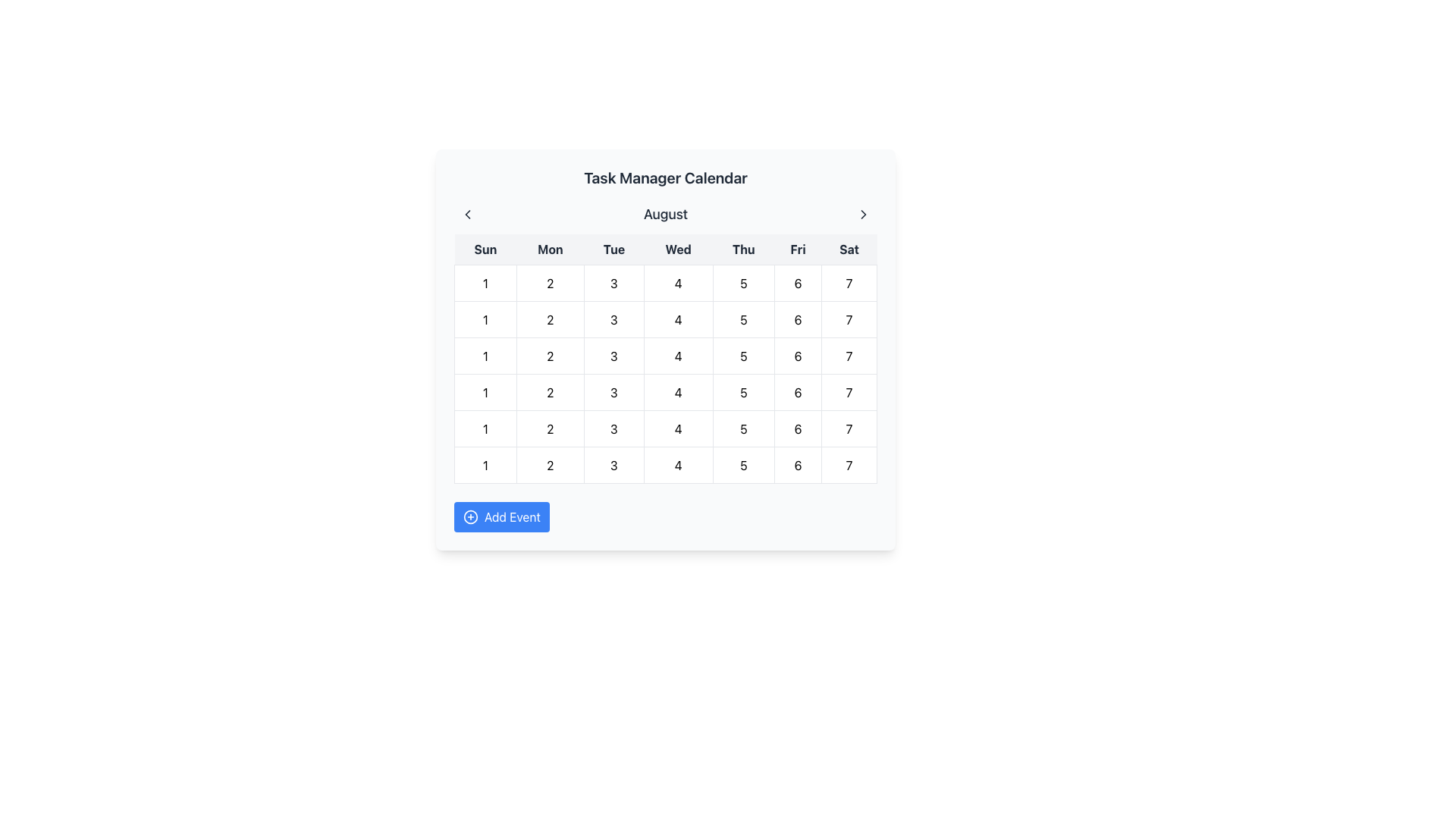  Describe the element at coordinates (485, 249) in the screenshot. I see `the static text element that labels the first day of the week in the calendar view, specifically the 'Sun' cell located at the top left of the calendar grid` at that location.